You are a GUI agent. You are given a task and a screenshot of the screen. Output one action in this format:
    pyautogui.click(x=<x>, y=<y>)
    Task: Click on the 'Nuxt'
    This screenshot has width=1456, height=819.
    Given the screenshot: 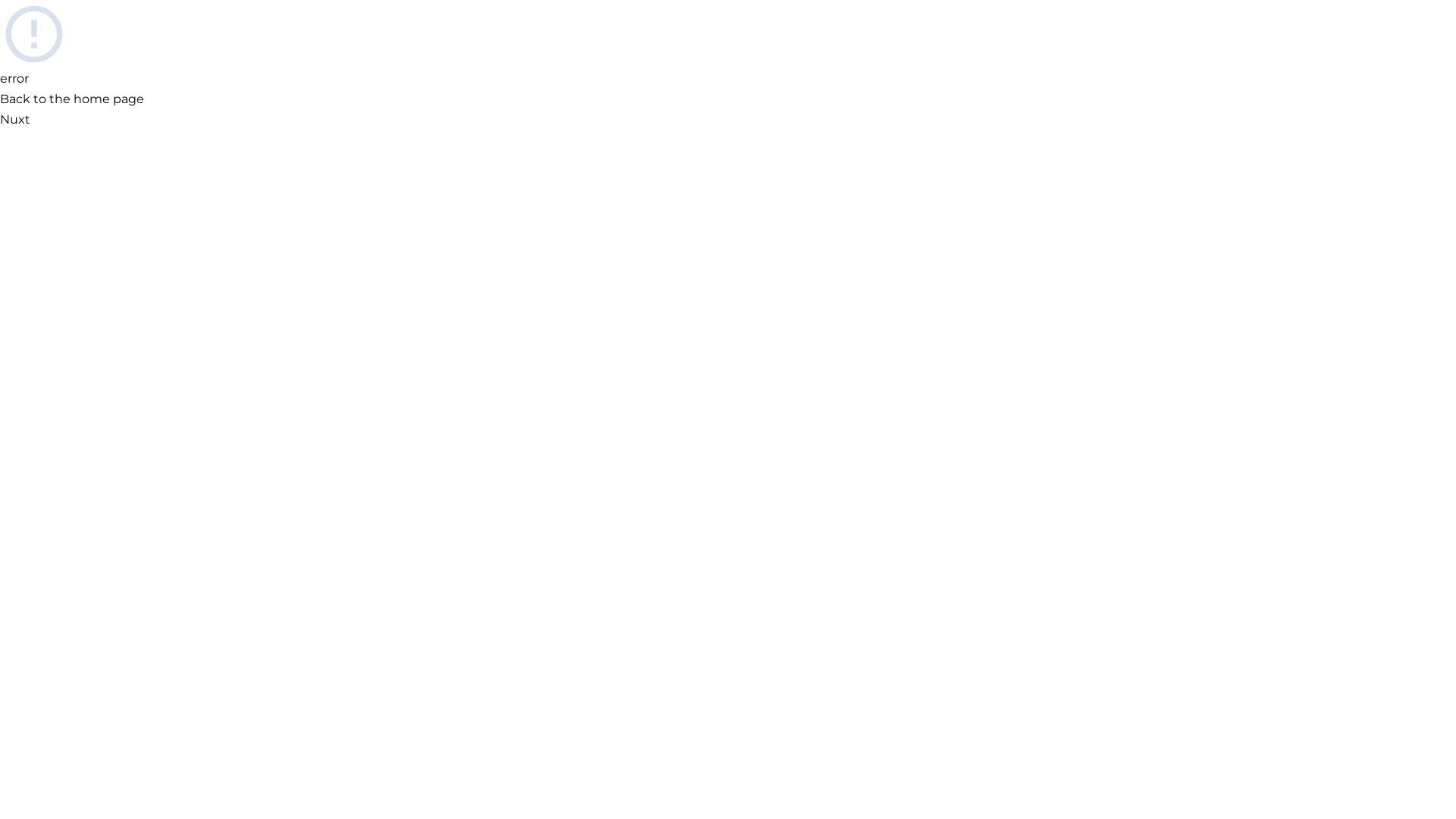 What is the action you would take?
    pyautogui.click(x=14, y=118)
    